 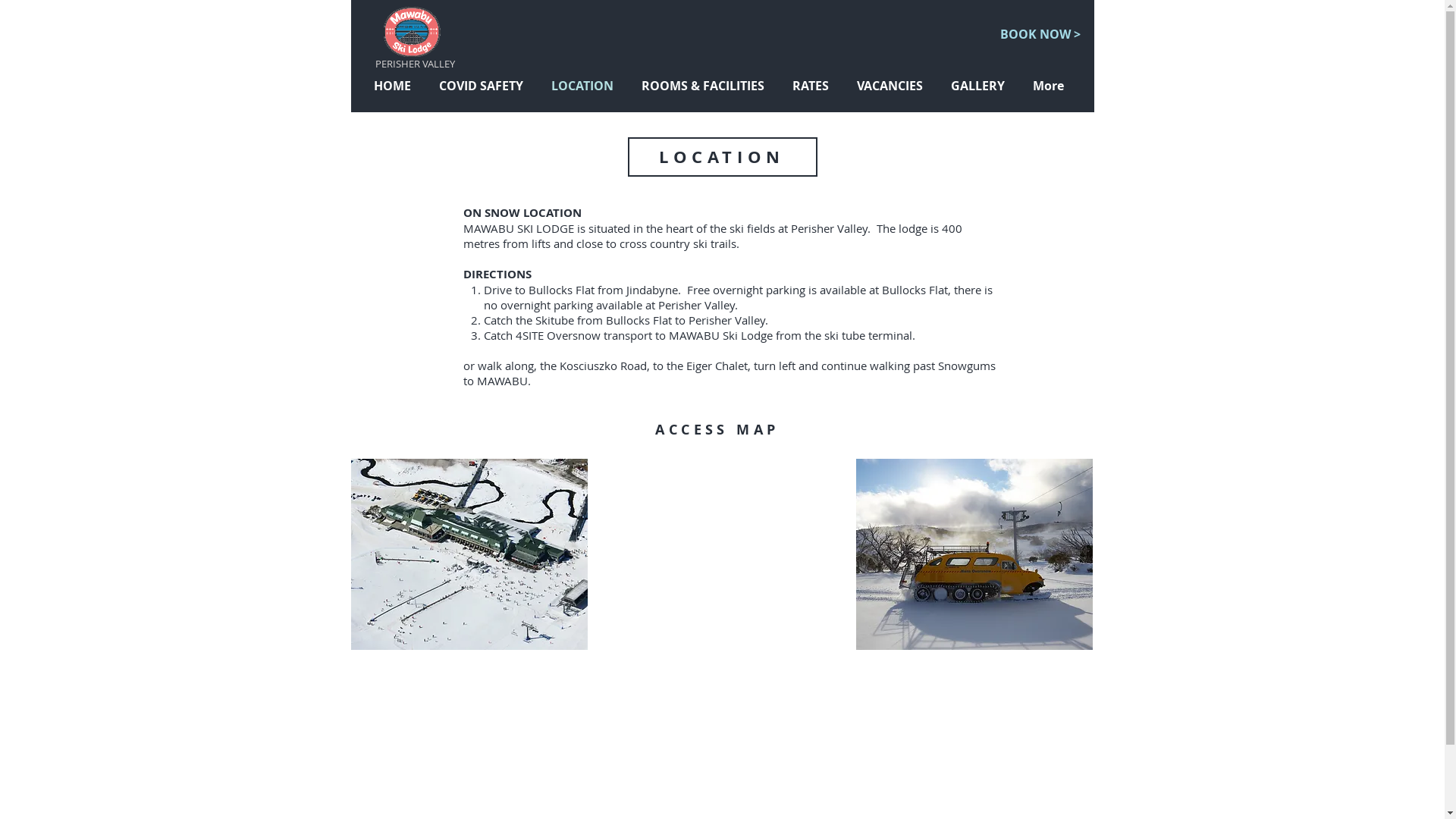 What do you see at coordinates (892, 86) in the screenshot?
I see `'VACANCIES'` at bounding box center [892, 86].